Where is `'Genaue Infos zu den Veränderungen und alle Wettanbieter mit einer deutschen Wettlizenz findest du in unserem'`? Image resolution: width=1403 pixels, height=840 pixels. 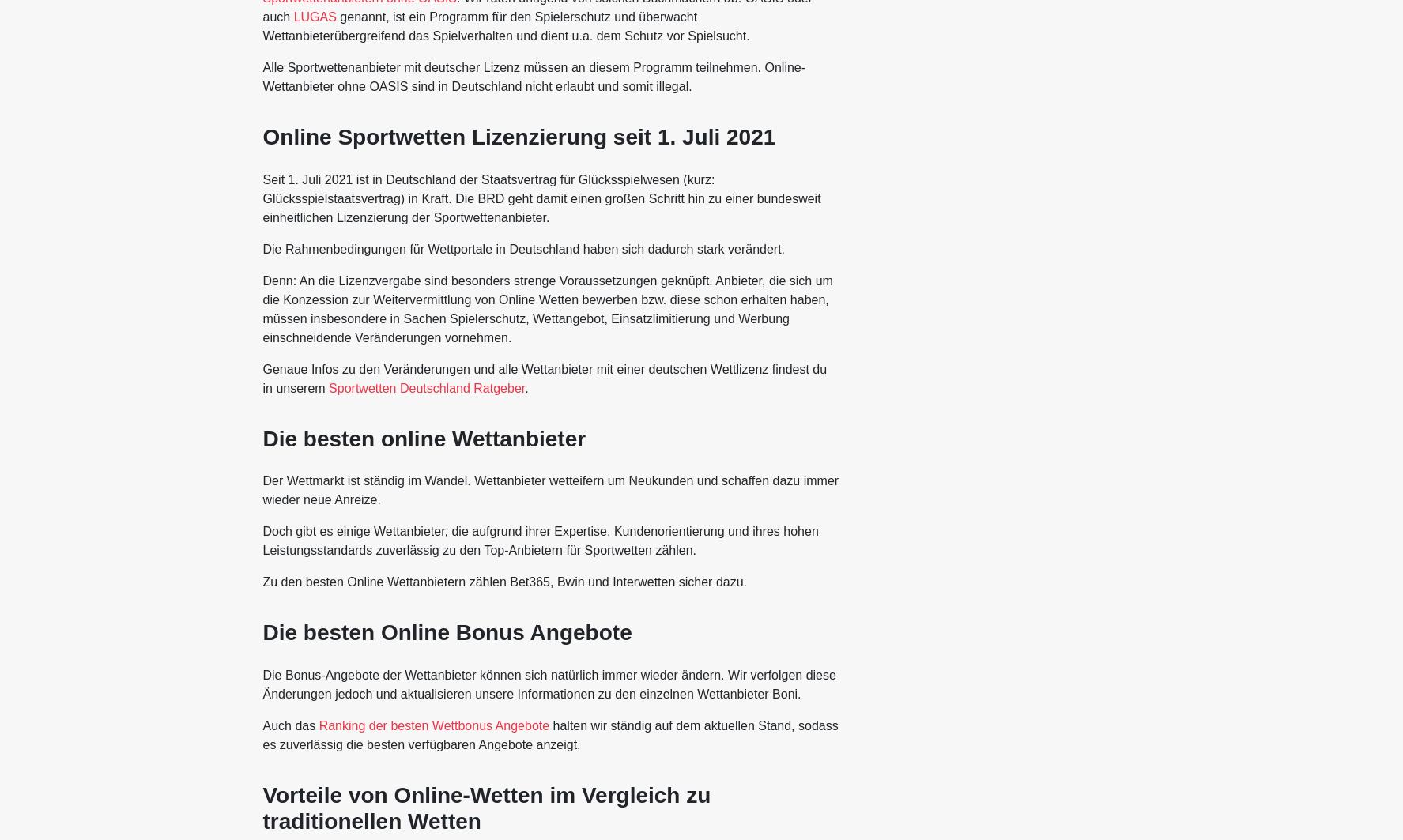 'Genaue Infos zu den Veränderungen und alle Wettanbieter mit einer deutschen Wettlizenz findest du in unserem' is located at coordinates (261, 378).